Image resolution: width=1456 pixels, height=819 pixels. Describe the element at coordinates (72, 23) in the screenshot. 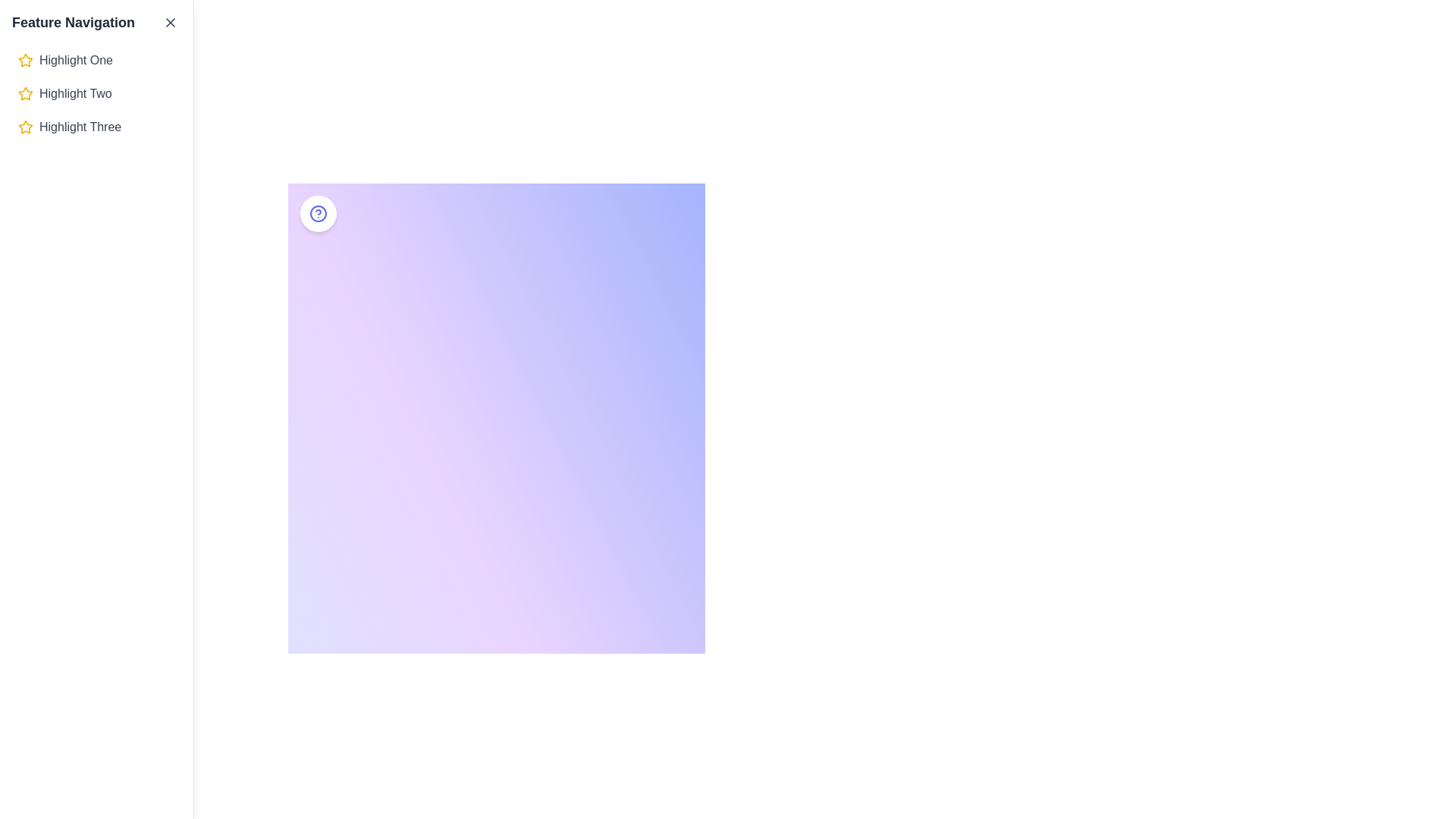

I see `the bold text label 'Feature Navigation' located in the top-left section of the vertical sidebar` at that location.